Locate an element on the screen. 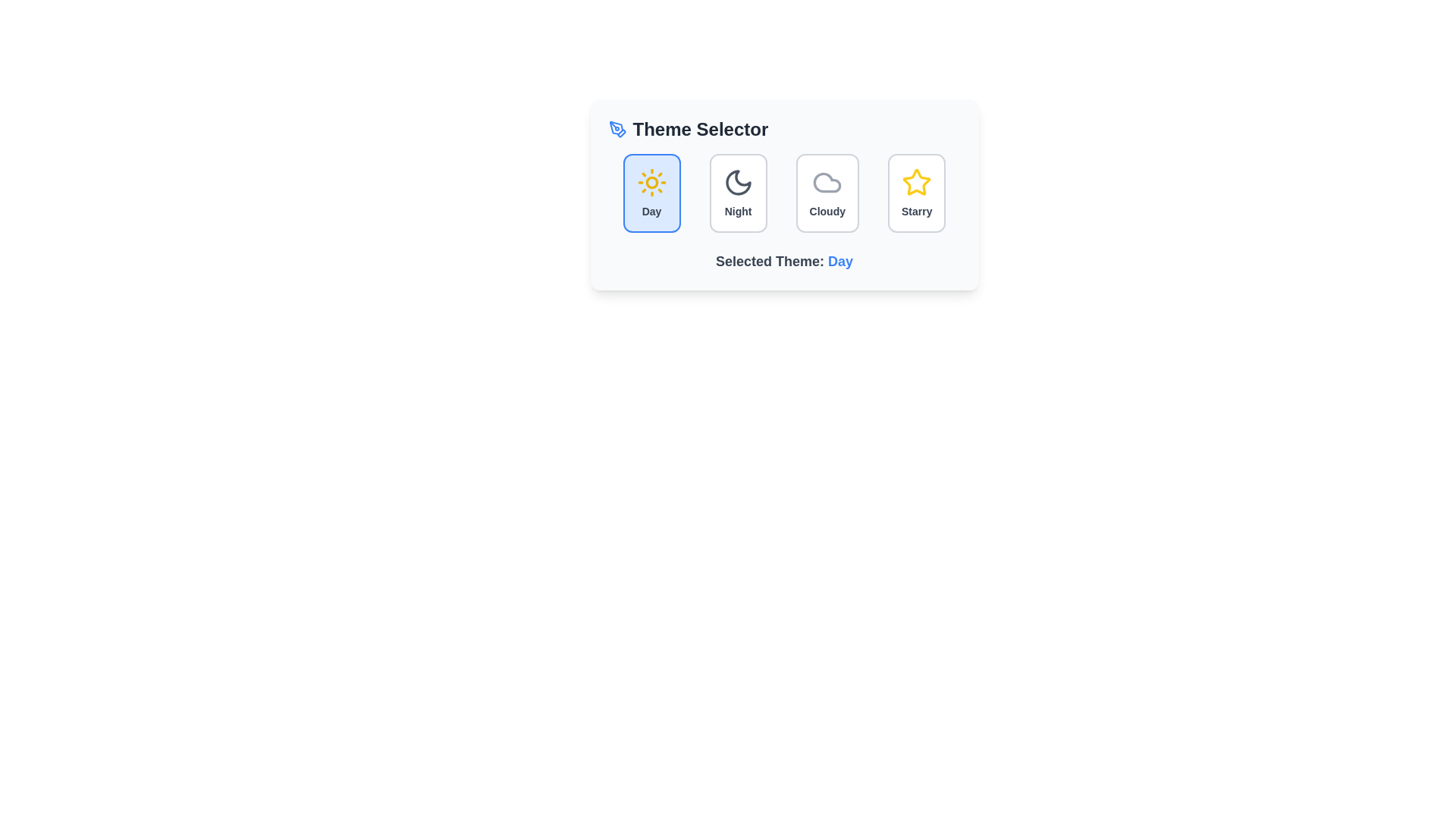  the 'Night' button that contains the dark gray crescent moon icon, which is positioned between the 'Day' and 'Cloudy' buttons in the theme selector interface is located at coordinates (738, 181).